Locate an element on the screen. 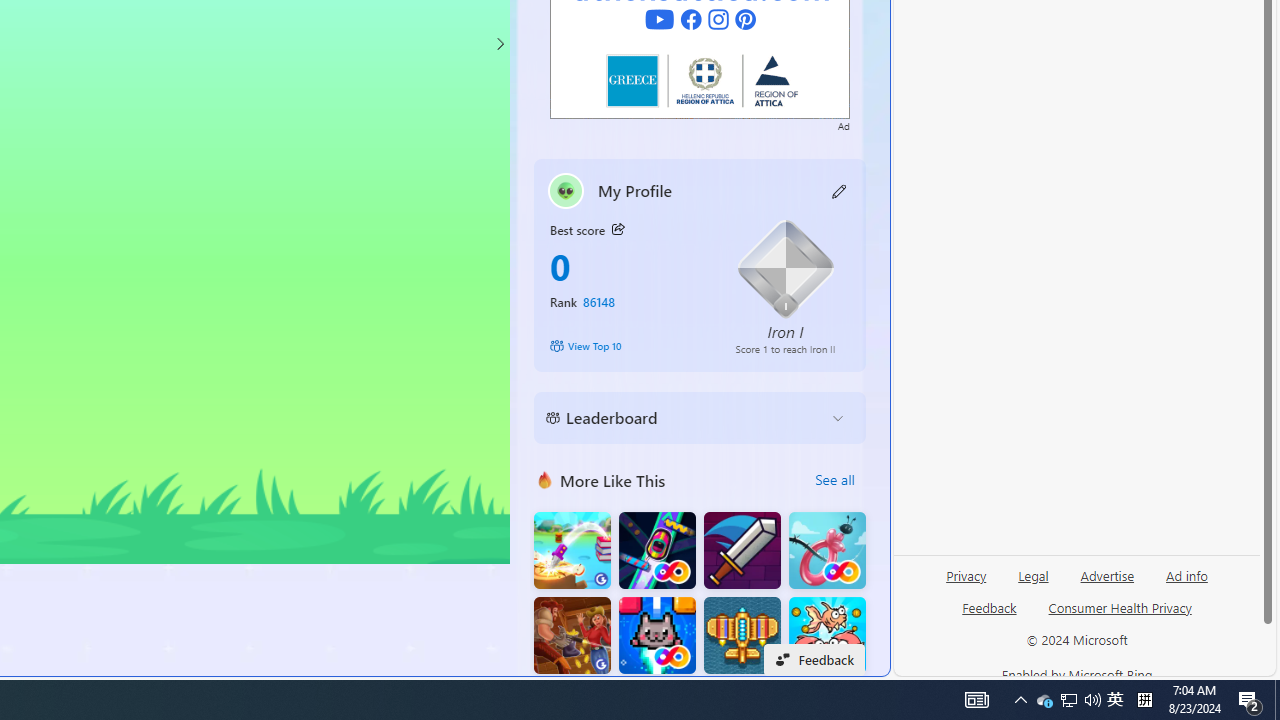  'Bumper Car FRVR' is located at coordinates (657, 550).